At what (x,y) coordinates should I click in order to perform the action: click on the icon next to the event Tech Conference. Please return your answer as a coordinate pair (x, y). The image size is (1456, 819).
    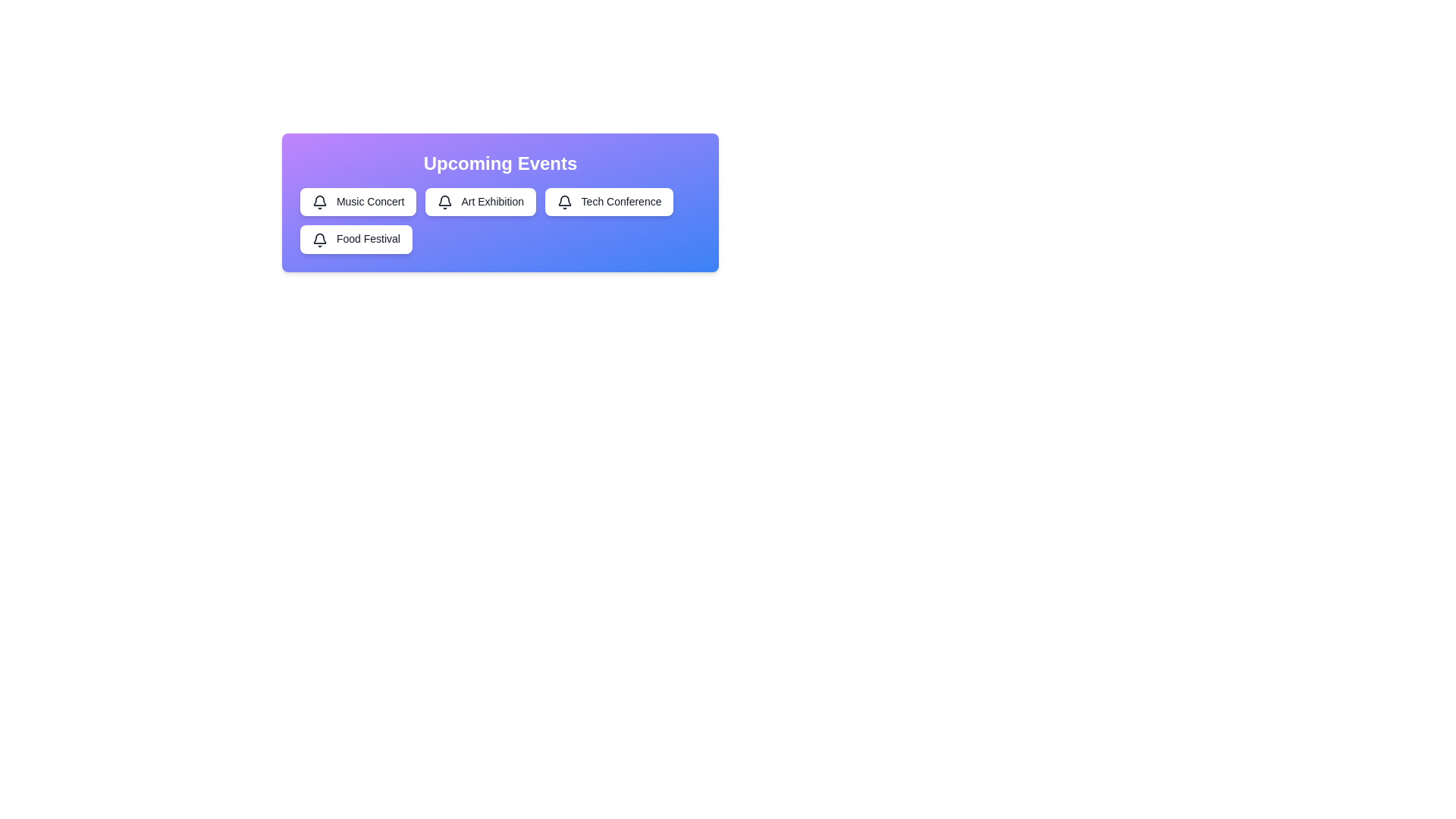
    Looking at the image, I should click on (563, 201).